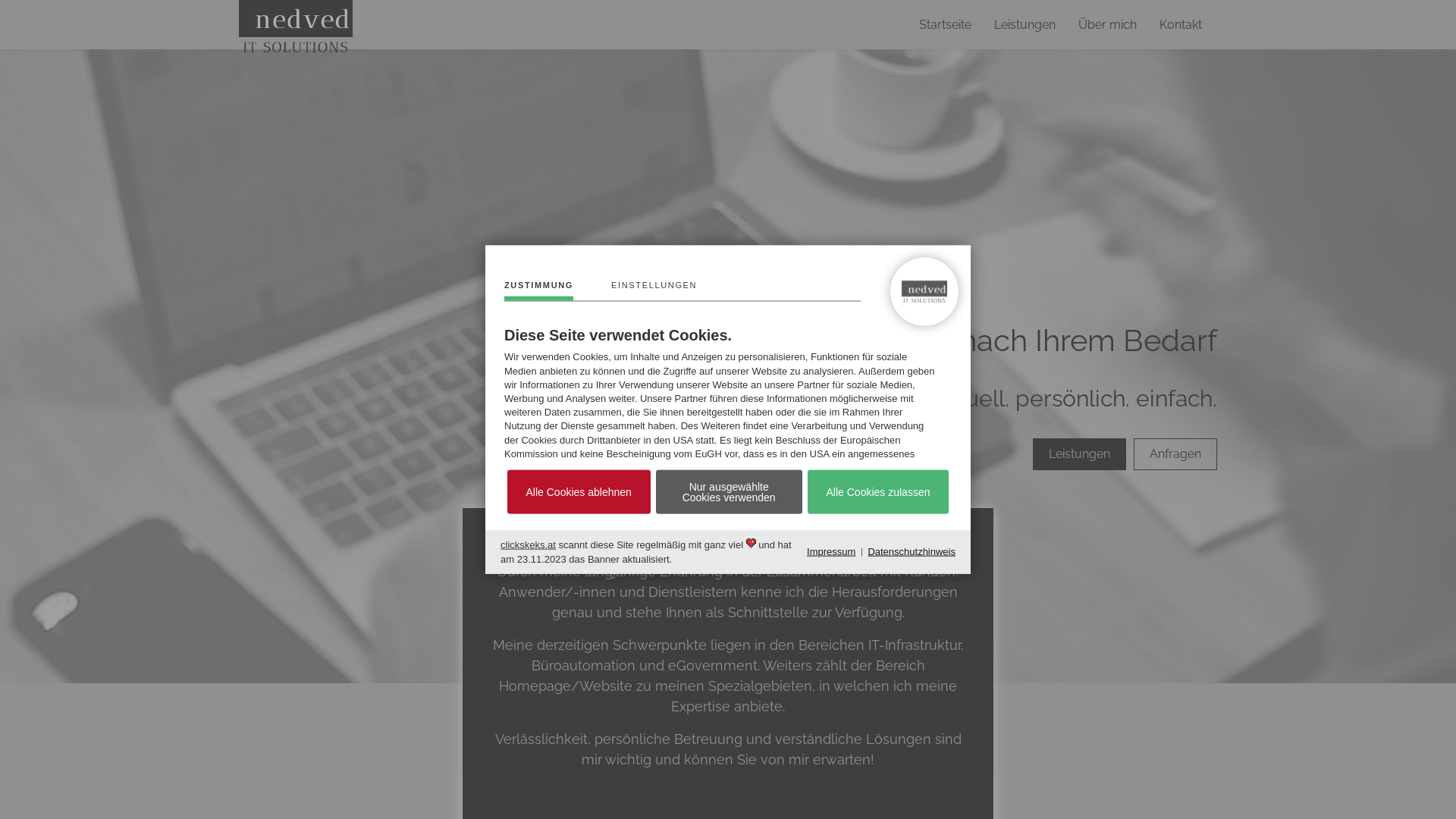  Describe the element at coordinates (578, 491) in the screenshot. I see `'Alle Cookies ablehnen'` at that location.